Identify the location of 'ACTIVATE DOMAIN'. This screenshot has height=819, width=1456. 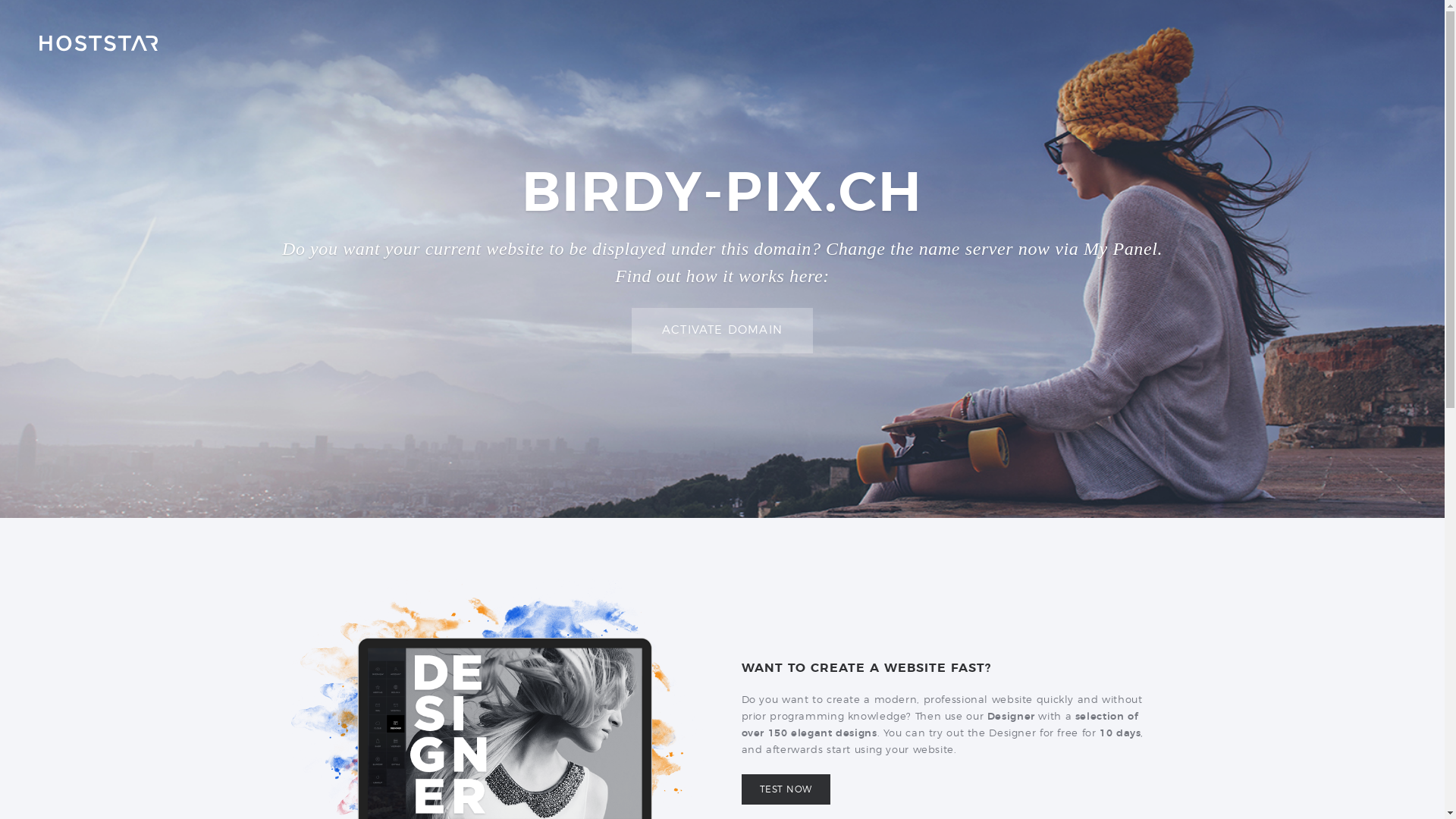
(721, 329).